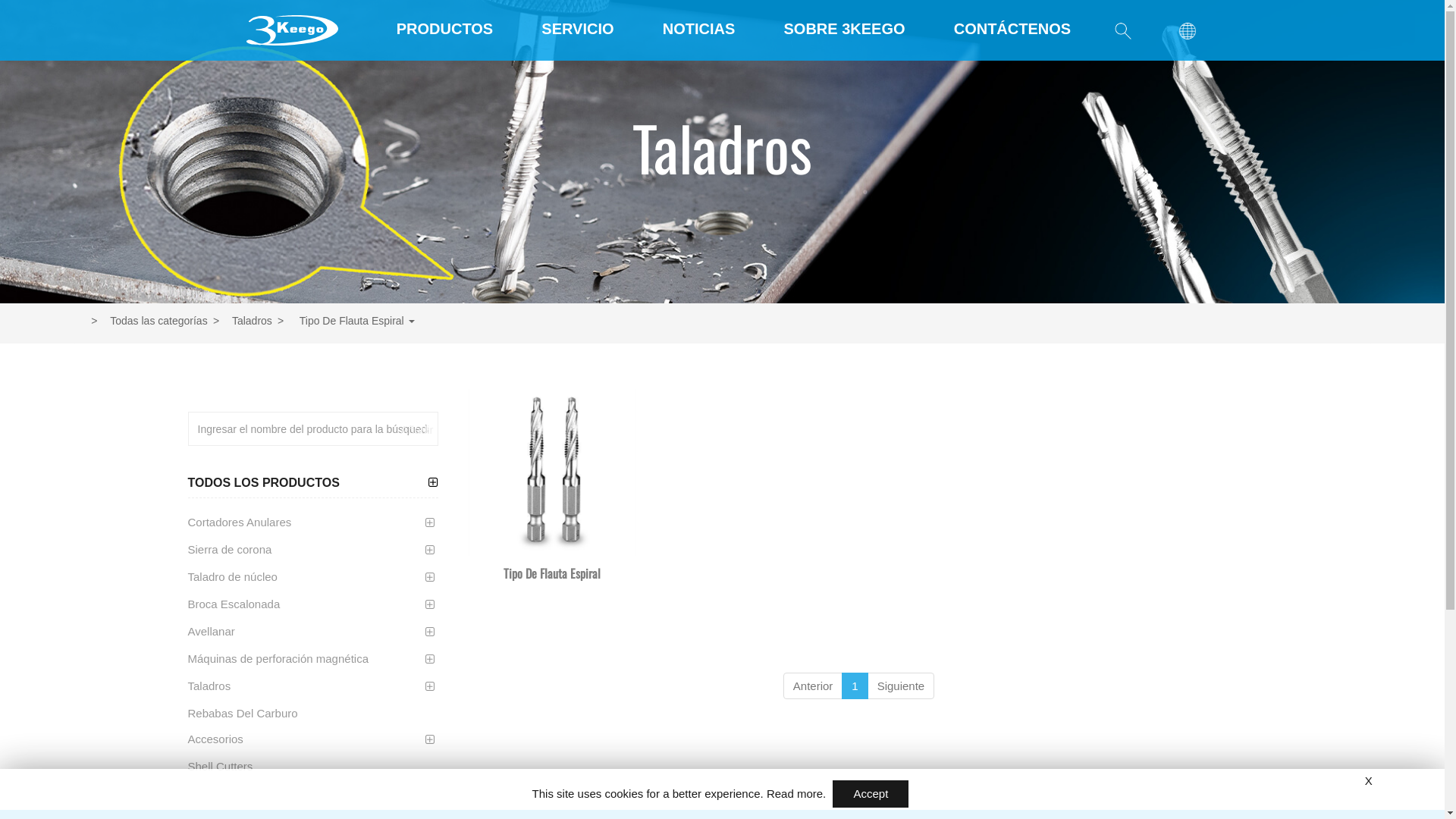  What do you see at coordinates (698, 29) in the screenshot?
I see `'NOTICIAS'` at bounding box center [698, 29].